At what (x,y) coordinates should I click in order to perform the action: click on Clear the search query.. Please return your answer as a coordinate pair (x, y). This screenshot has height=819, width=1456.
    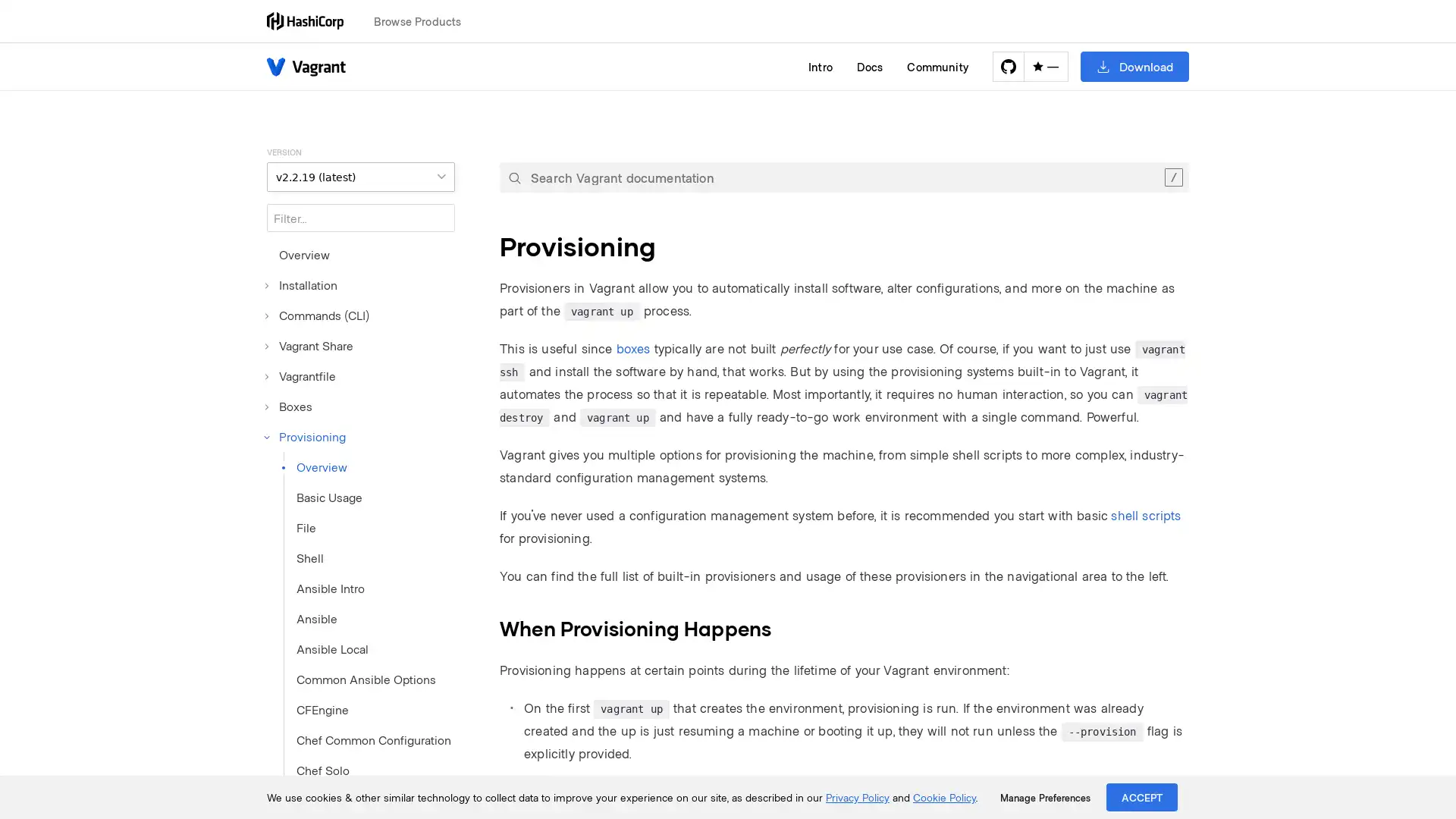
    Looking at the image, I should click on (1172, 177).